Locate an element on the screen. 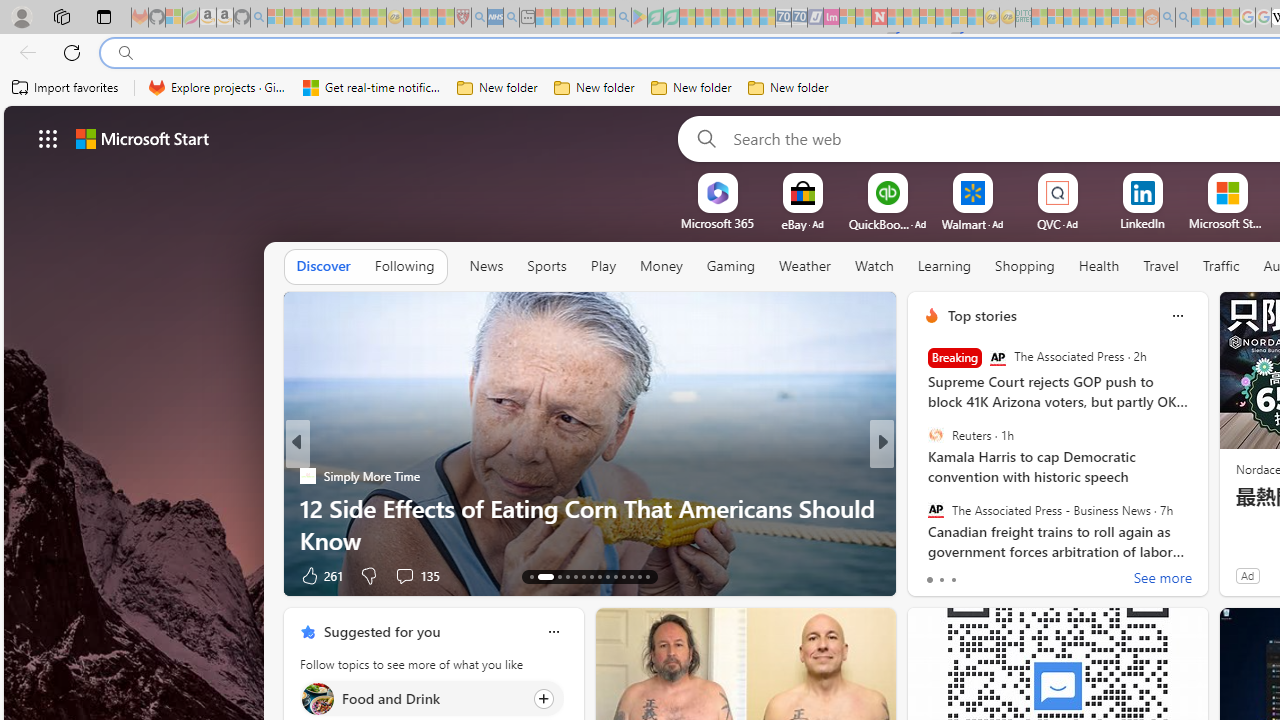 The width and height of the screenshot is (1280, 720). '69 Like' is located at coordinates (933, 575).